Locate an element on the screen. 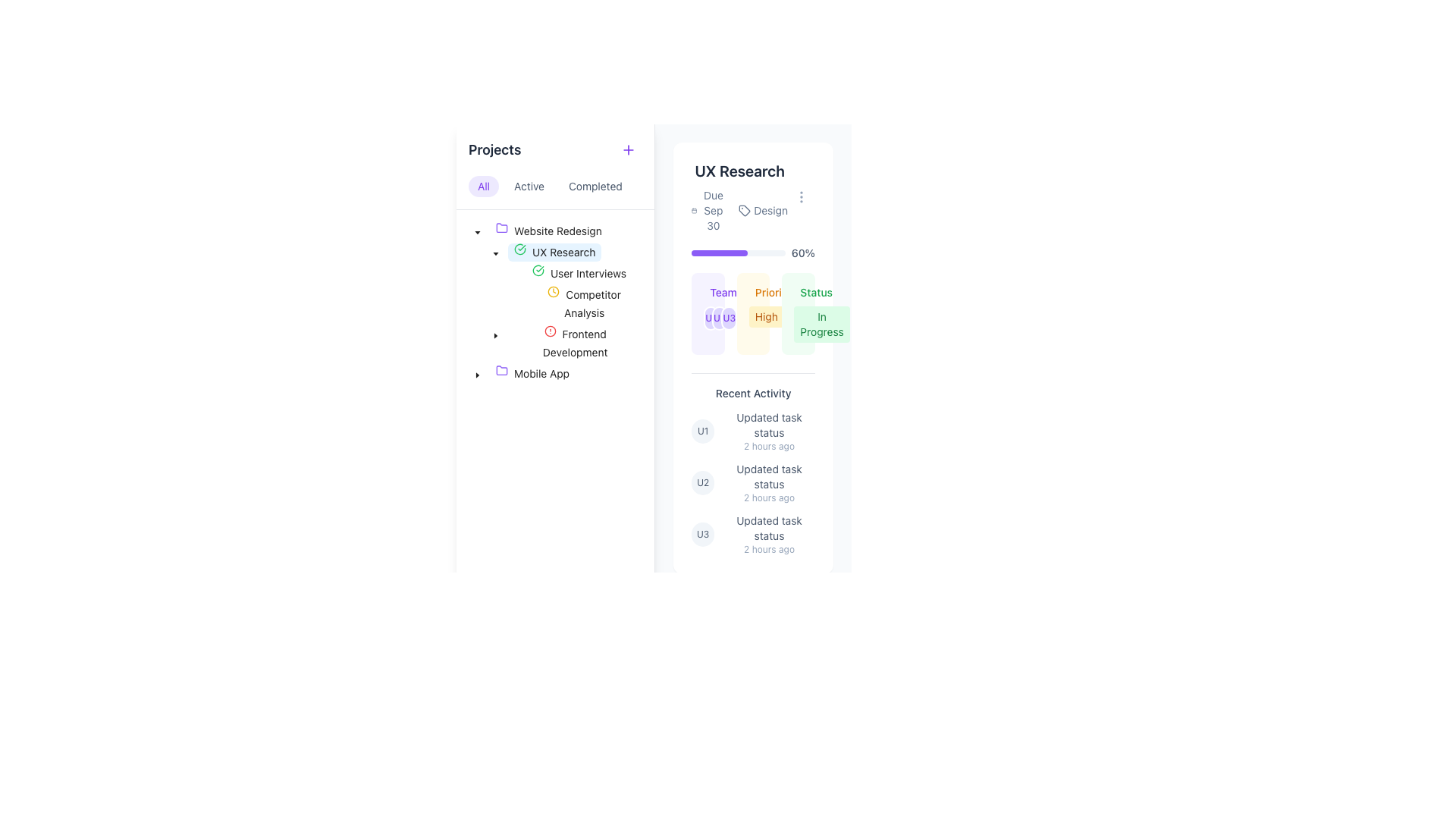  contents of the Activity Log Entry indicating user 'U3' updated a task's status two hours ago, located in the Recent Activity section of the UX Research panel is located at coordinates (753, 534).